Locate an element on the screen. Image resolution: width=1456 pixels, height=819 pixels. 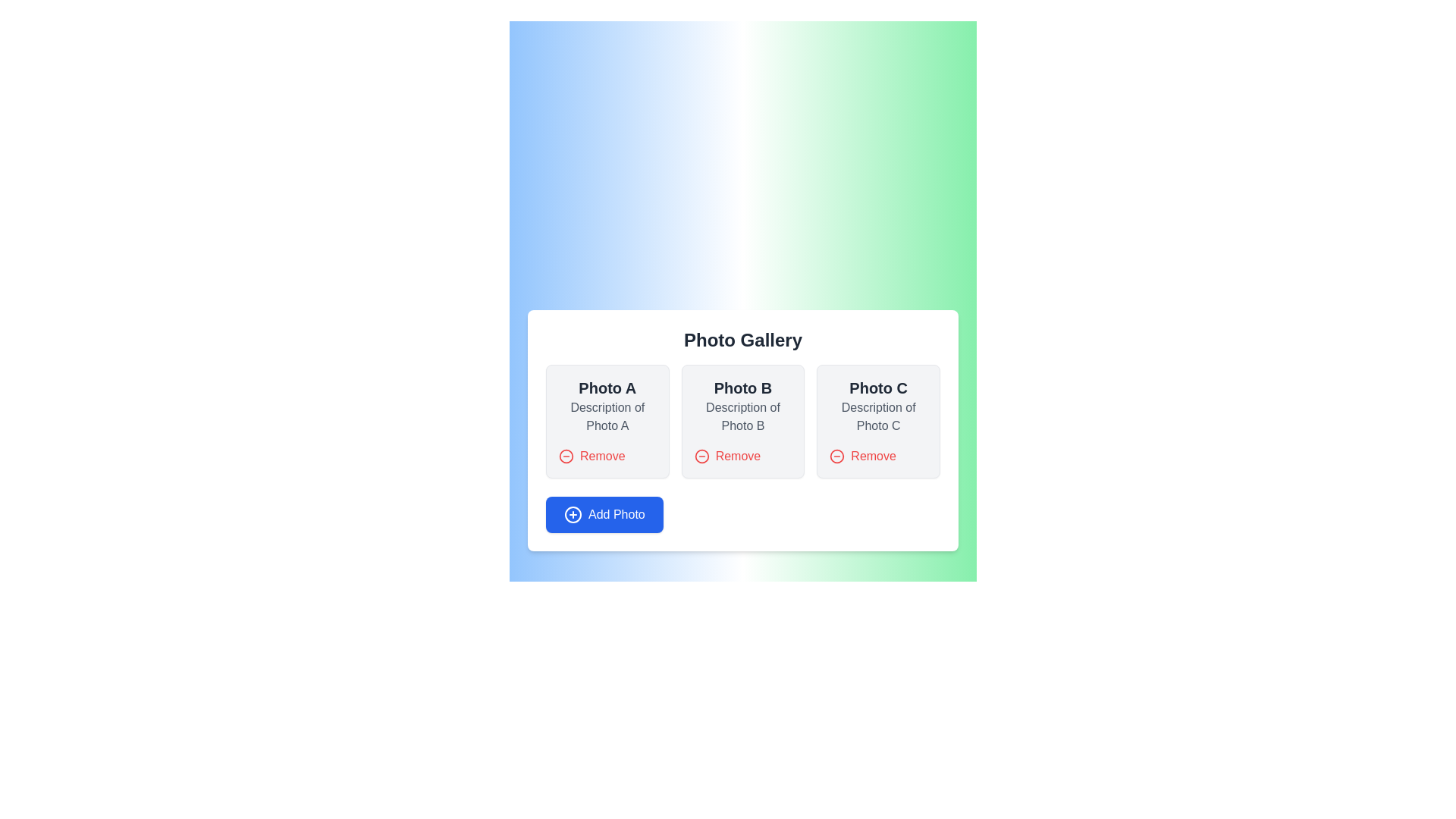
the text label displaying 'Description of Photo C', which is styled in gray with a smaller font size and positioned between 'Photo C' title and 'Remove' button is located at coordinates (878, 417).